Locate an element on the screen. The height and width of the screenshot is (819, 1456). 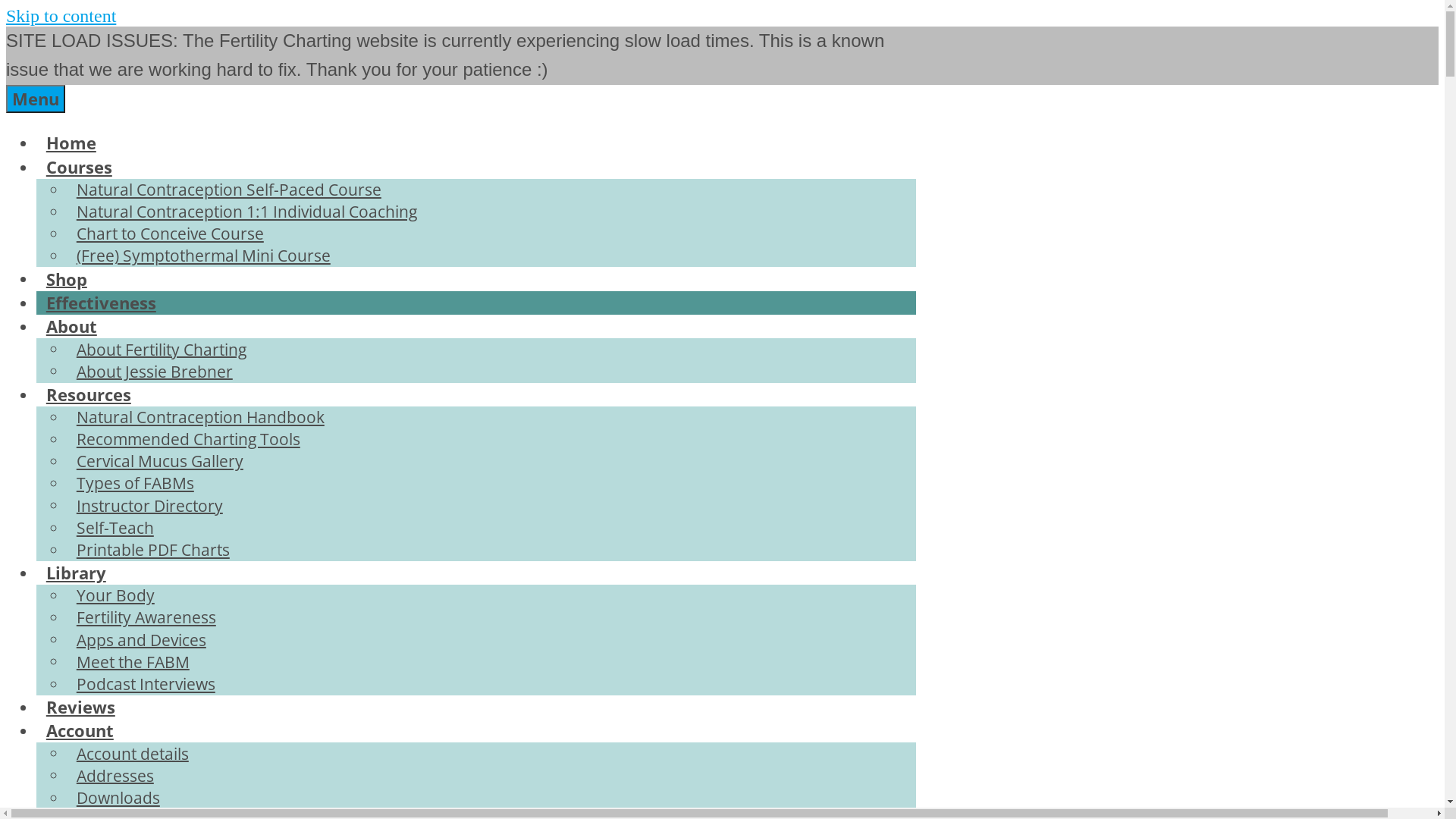
'Meet the FABM' is located at coordinates (65, 661).